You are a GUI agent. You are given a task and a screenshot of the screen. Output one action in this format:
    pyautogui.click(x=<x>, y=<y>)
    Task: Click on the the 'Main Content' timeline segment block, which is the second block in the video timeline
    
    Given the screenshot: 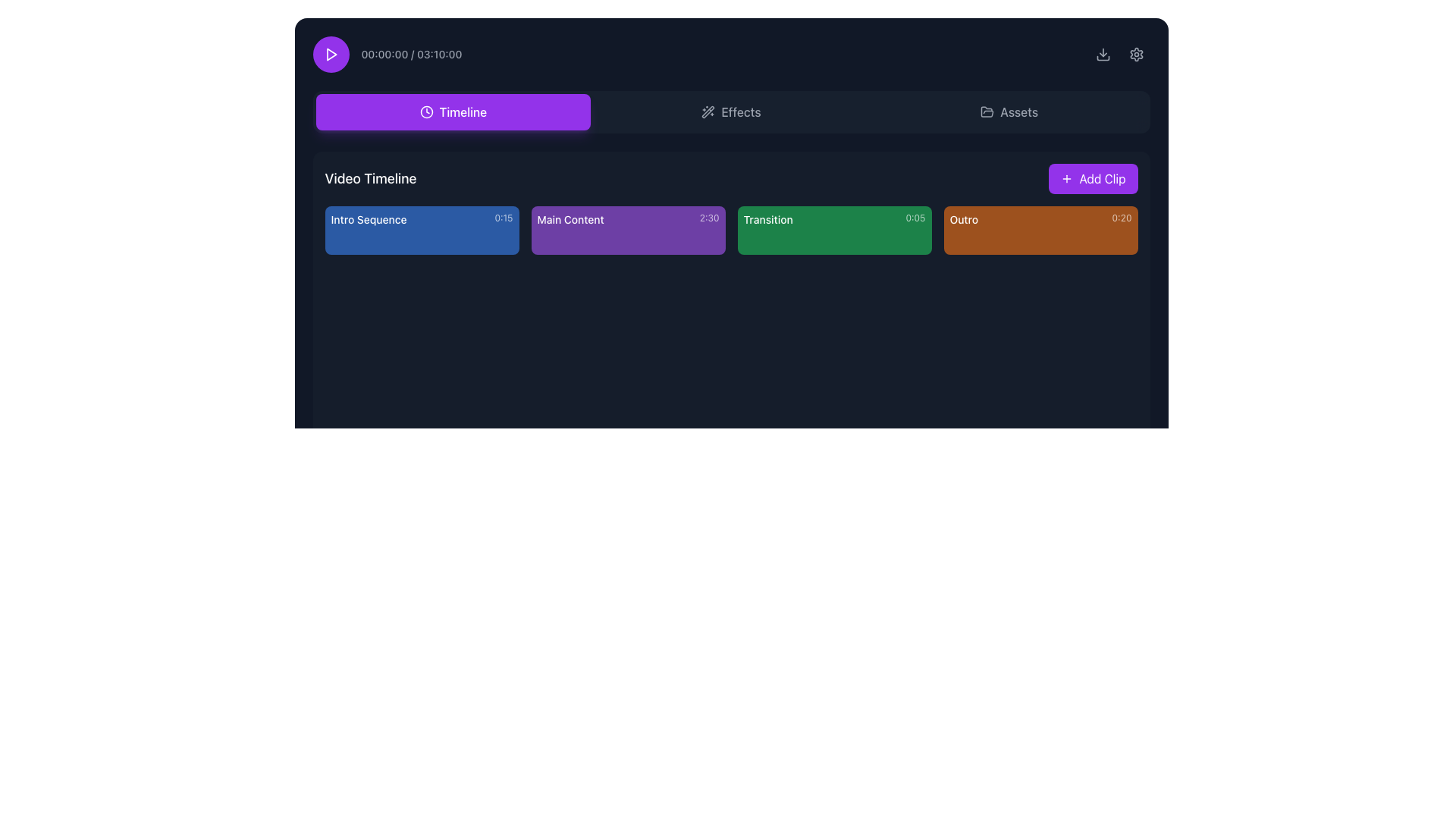 What is the action you would take?
    pyautogui.click(x=628, y=231)
    